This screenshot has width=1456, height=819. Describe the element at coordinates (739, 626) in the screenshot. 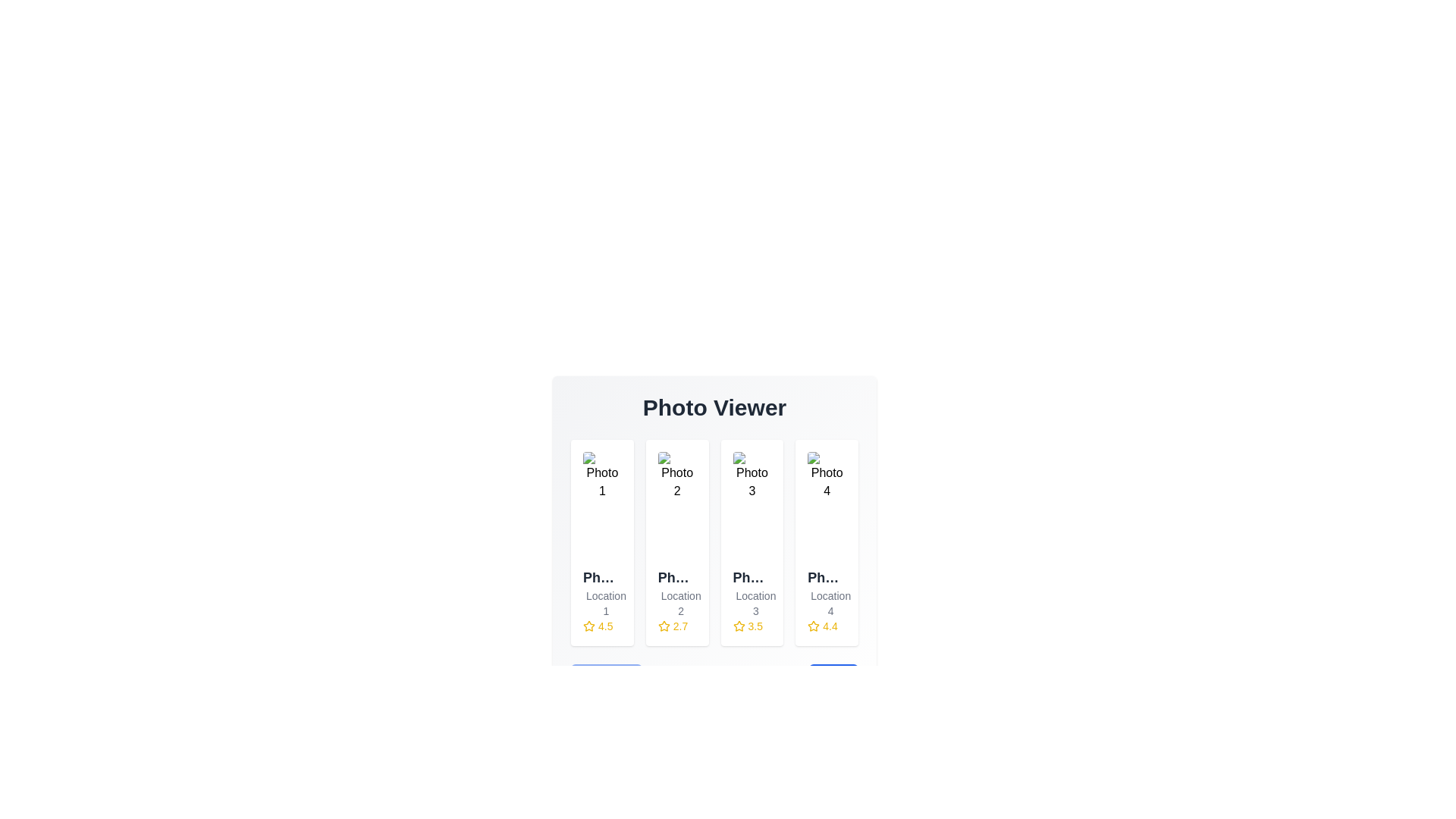

I see `the star rating indicator icon representing a score of '3.5' located in the third item of the 'Photo Viewer' row` at that location.